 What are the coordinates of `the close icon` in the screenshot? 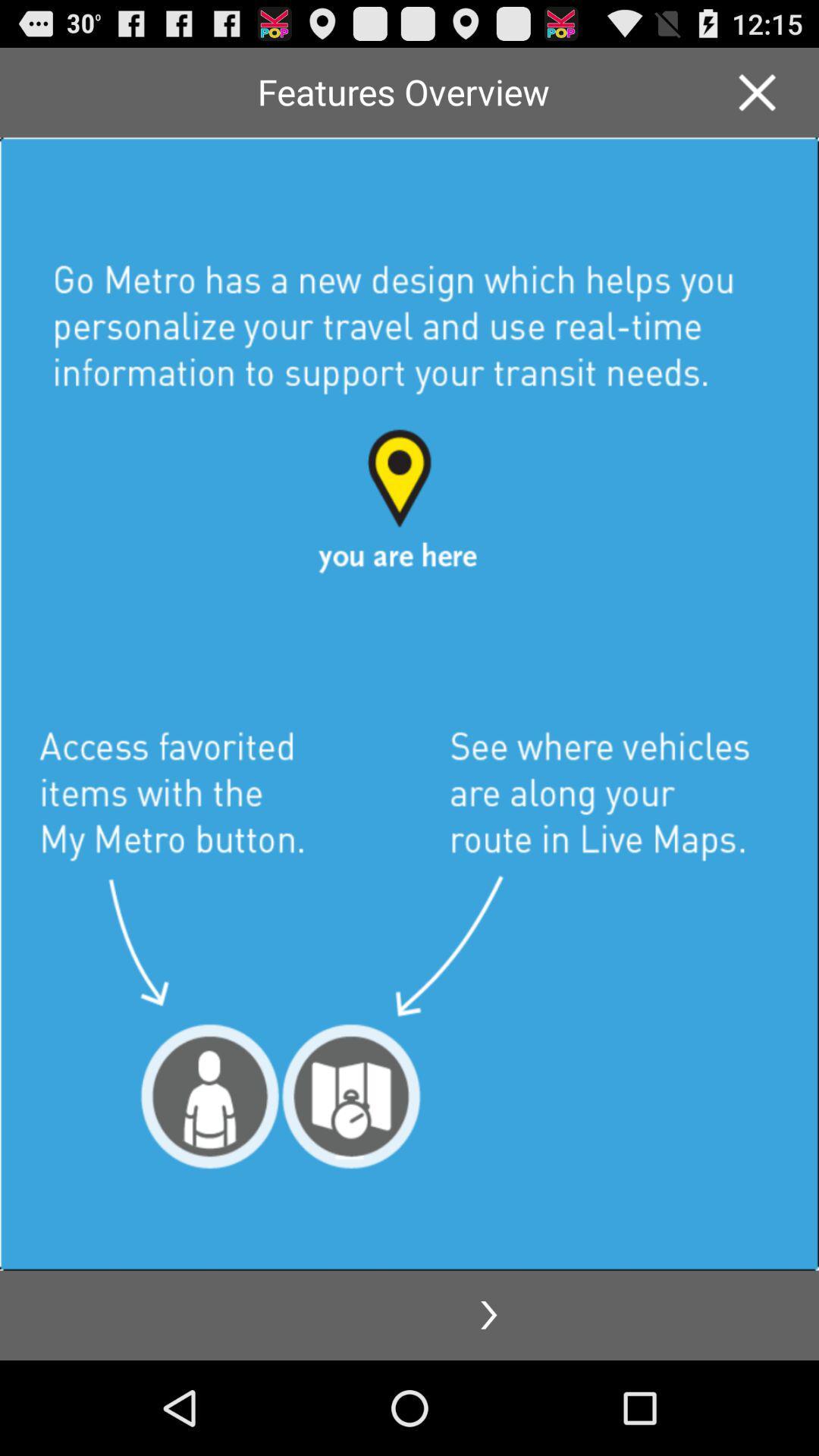 It's located at (757, 98).